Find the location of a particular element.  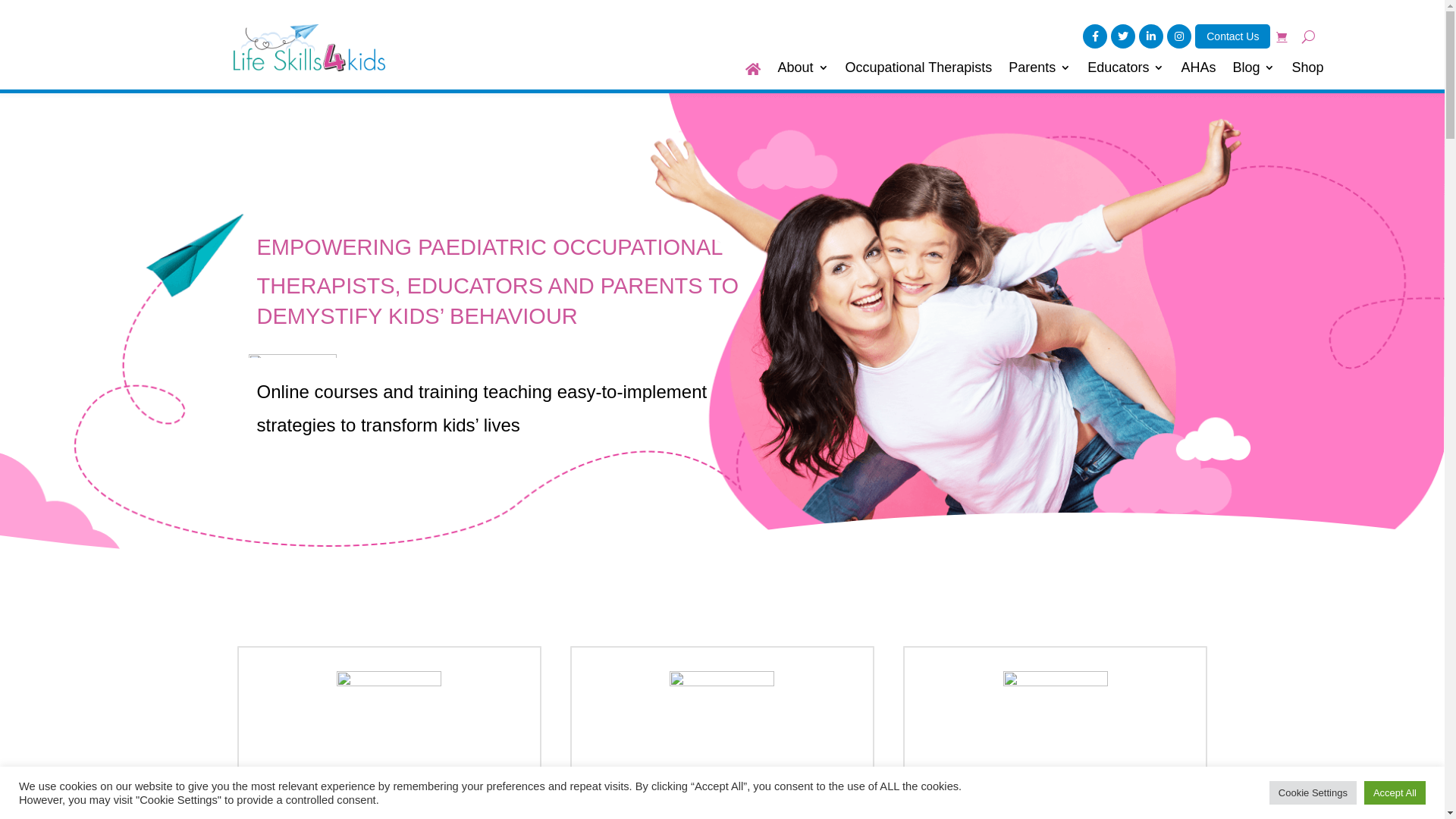

'lines' is located at coordinates (292, 356).